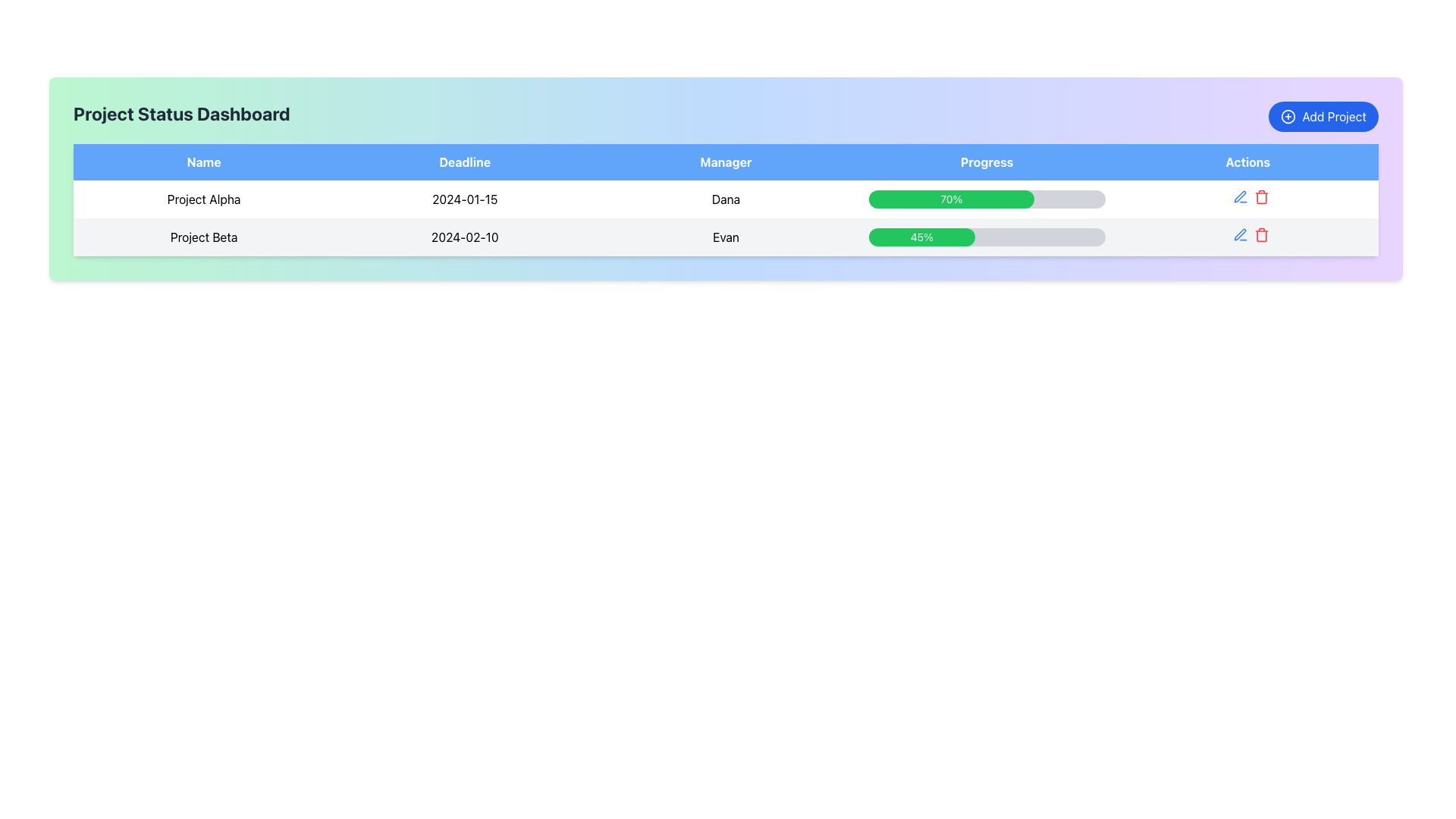  Describe the element at coordinates (987, 198) in the screenshot. I see `progress value displayed in the Progress Bar located in the first row of the table under the 'Progress' column, which indicates 70% completion` at that location.